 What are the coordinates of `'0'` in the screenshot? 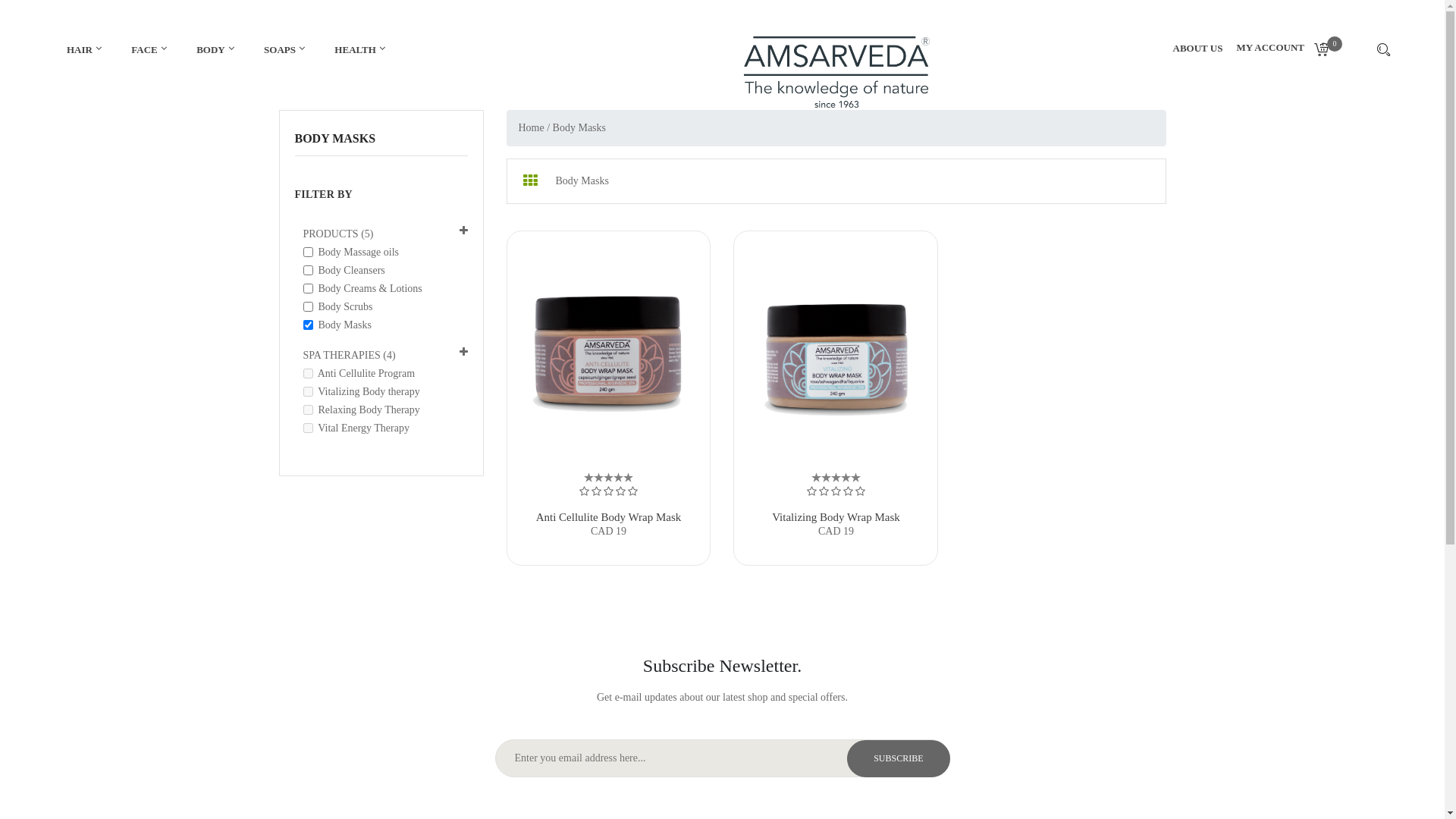 It's located at (1326, 50).